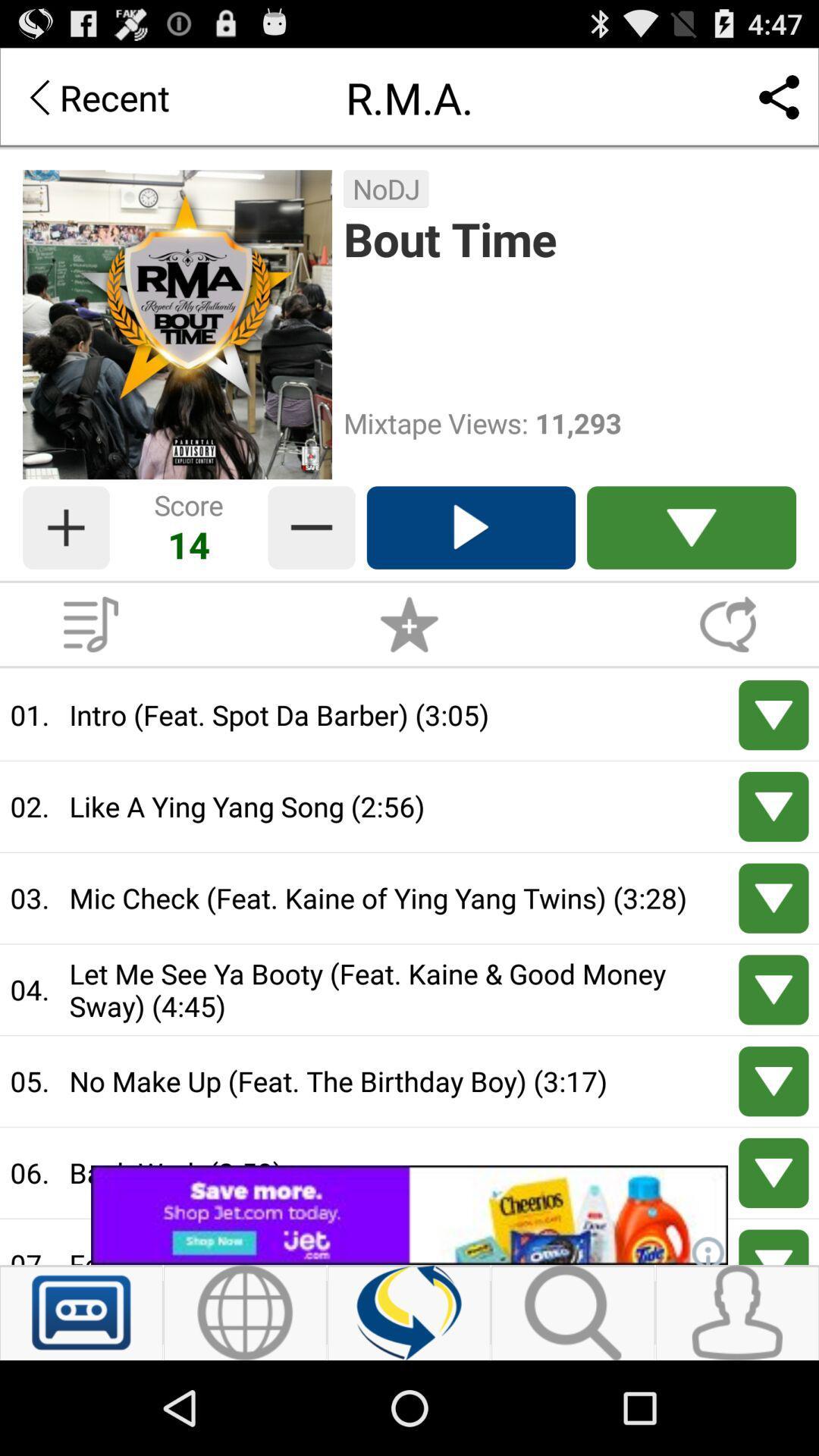  What do you see at coordinates (311, 563) in the screenshot?
I see `the minus icon` at bounding box center [311, 563].